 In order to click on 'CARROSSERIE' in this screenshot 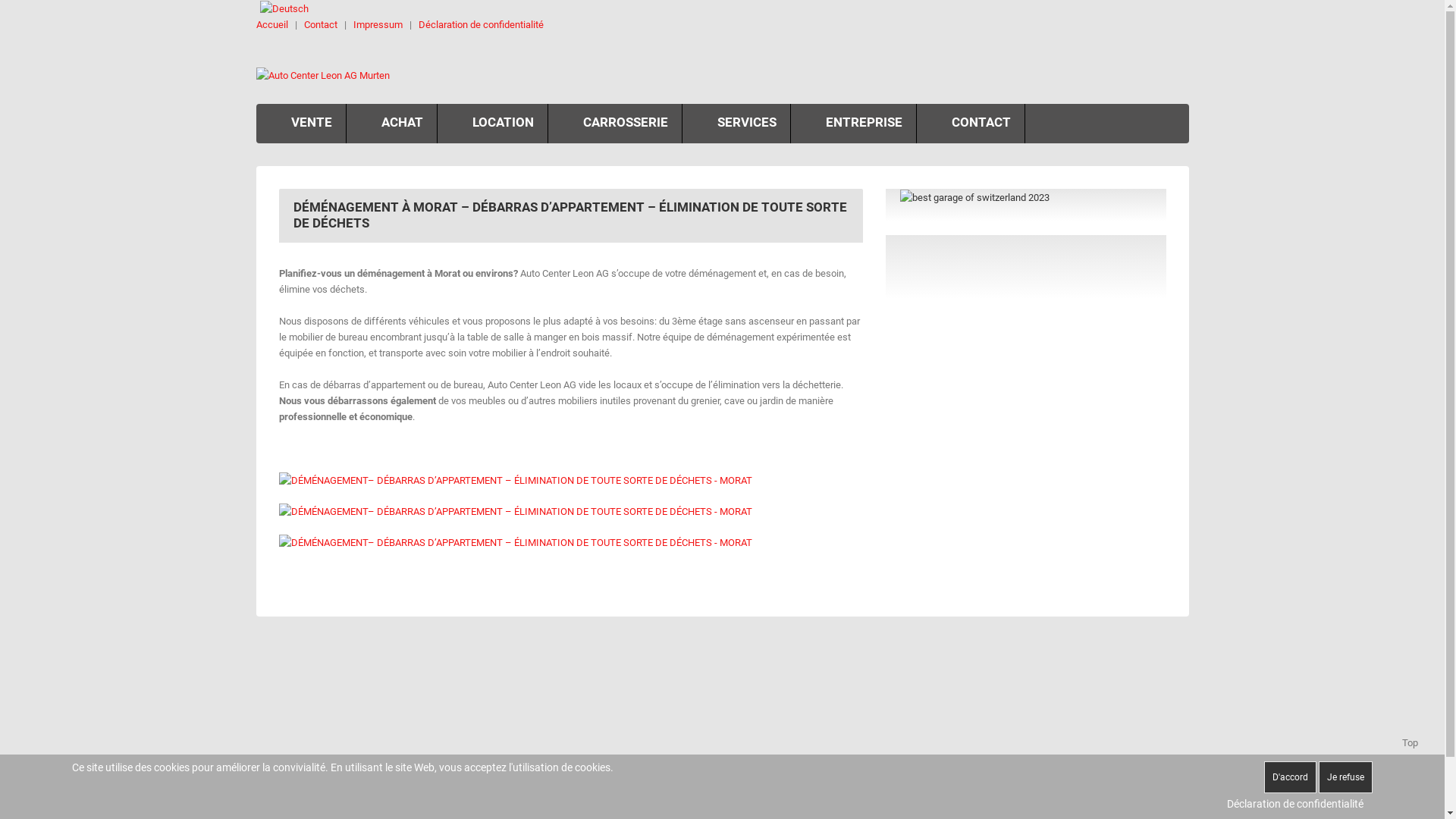, I will do `click(614, 122)`.